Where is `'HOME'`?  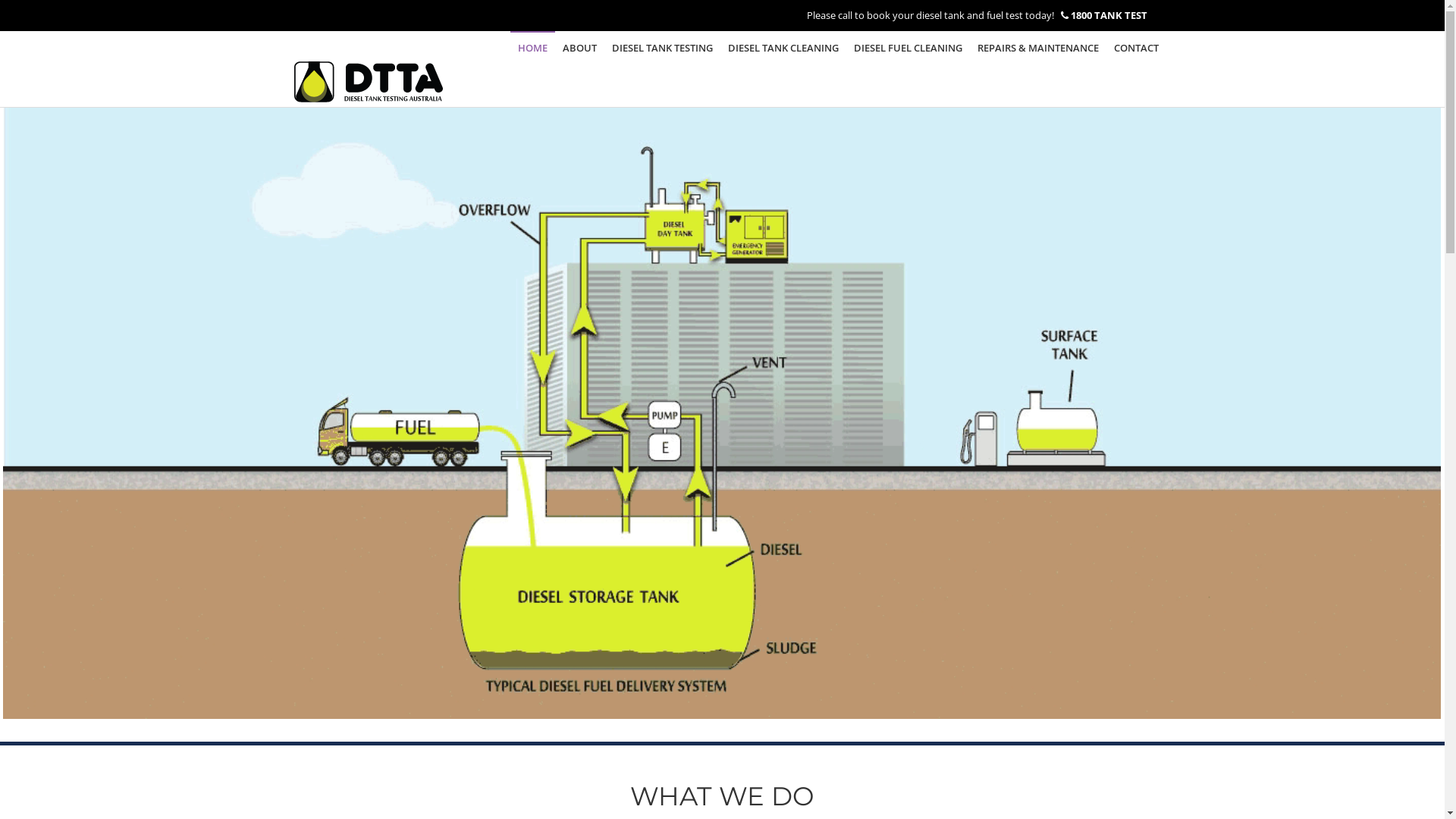 'HOME' is located at coordinates (532, 46).